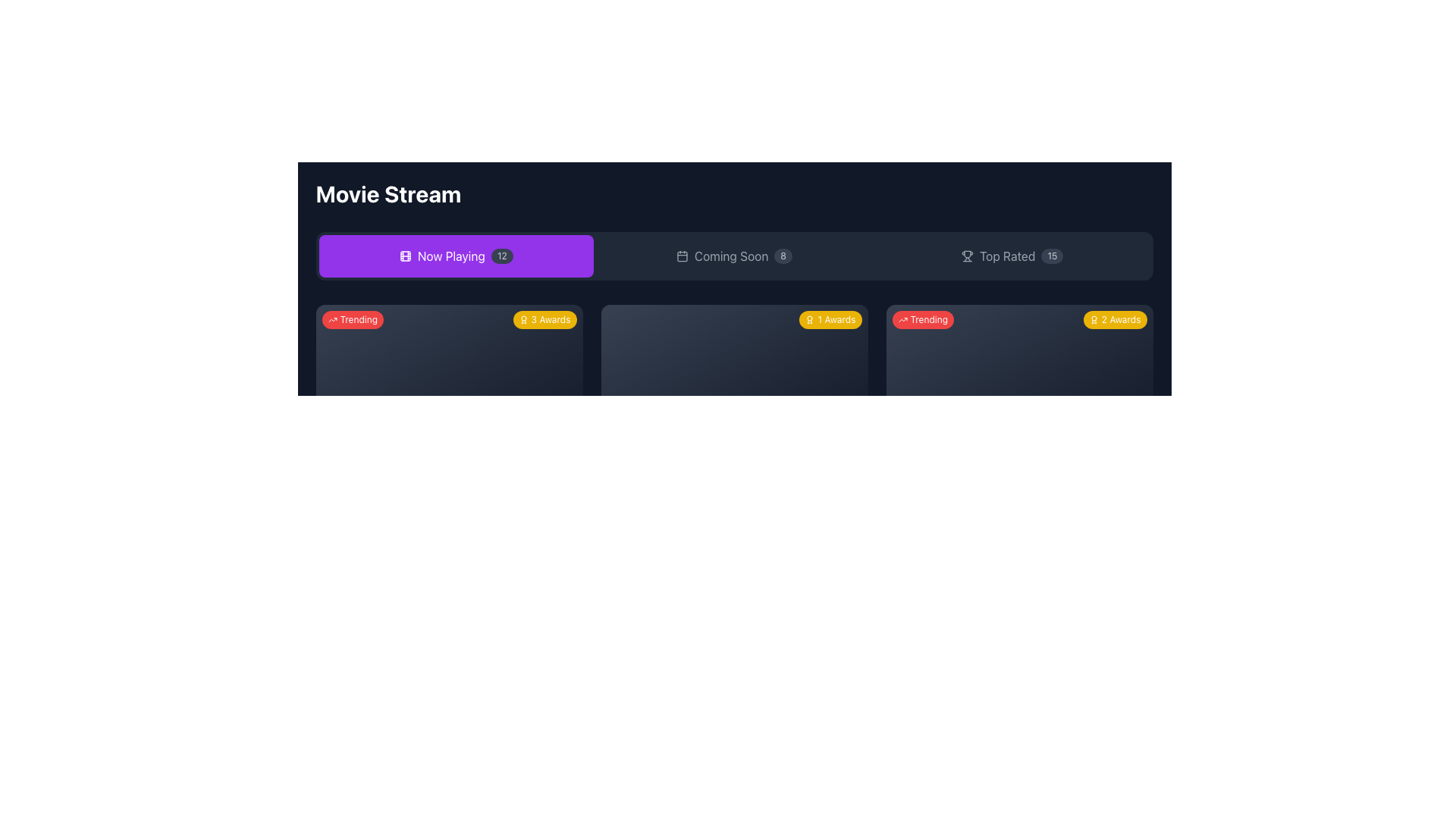 Image resolution: width=1456 pixels, height=819 pixels. Describe the element at coordinates (734, 256) in the screenshot. I see `the middle button labeled 'Coming Soon' with the count '8'` at that location.